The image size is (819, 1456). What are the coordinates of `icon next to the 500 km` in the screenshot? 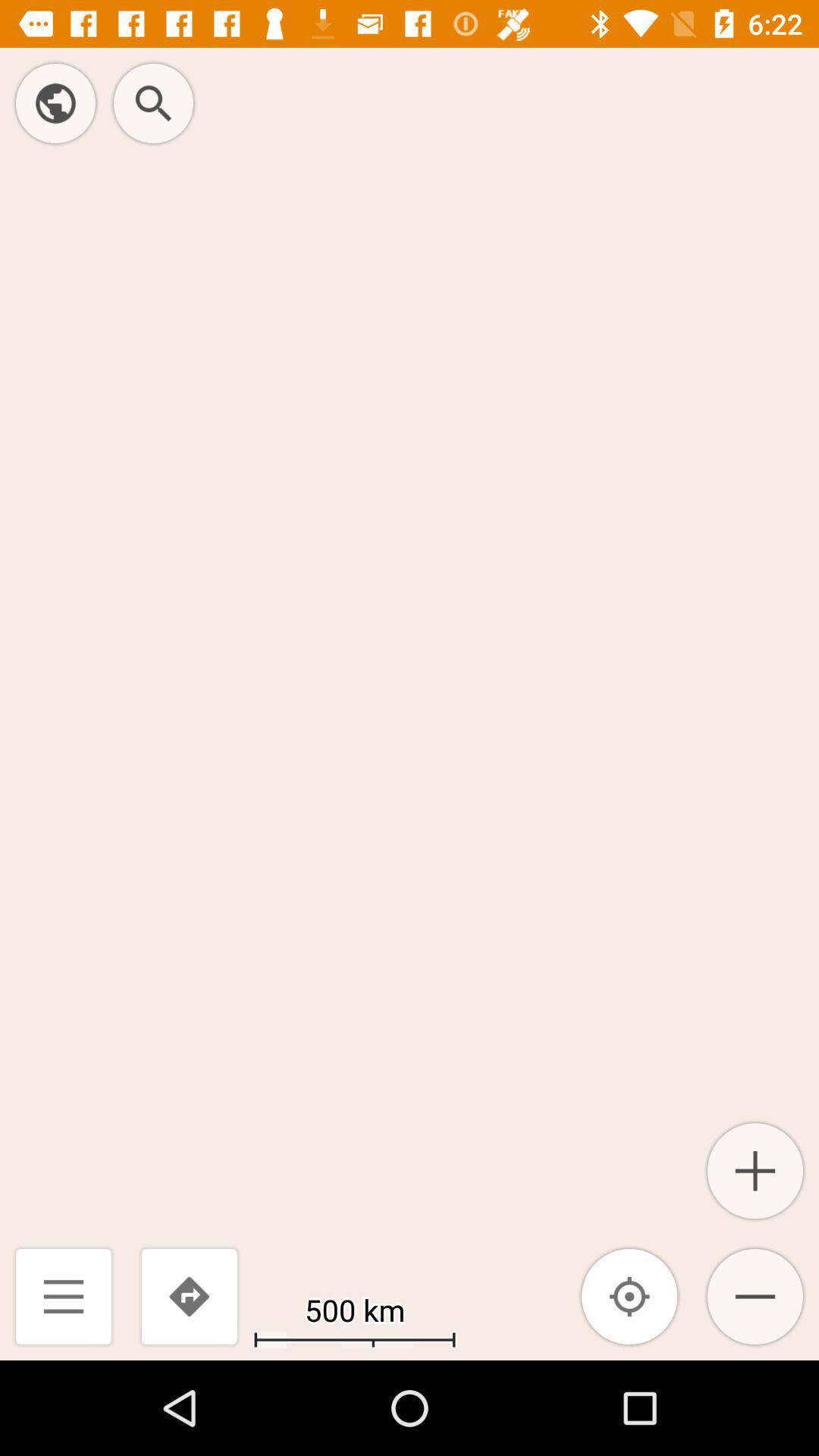 It's located at (188, 1295).